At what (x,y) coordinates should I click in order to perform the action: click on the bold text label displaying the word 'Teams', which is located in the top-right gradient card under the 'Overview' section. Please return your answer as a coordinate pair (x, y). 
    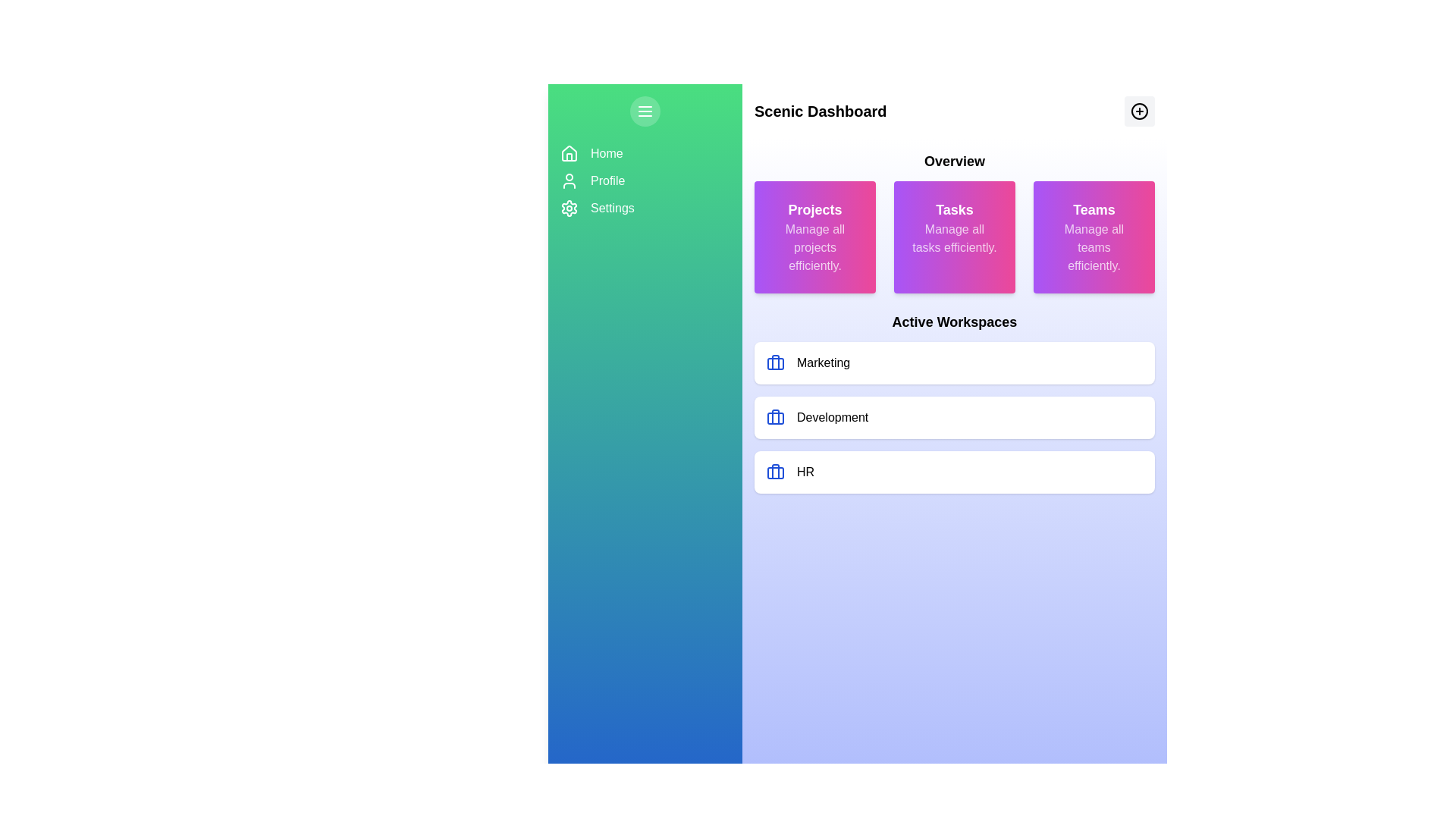
    Looking at the image, I should click on (1094, 210).